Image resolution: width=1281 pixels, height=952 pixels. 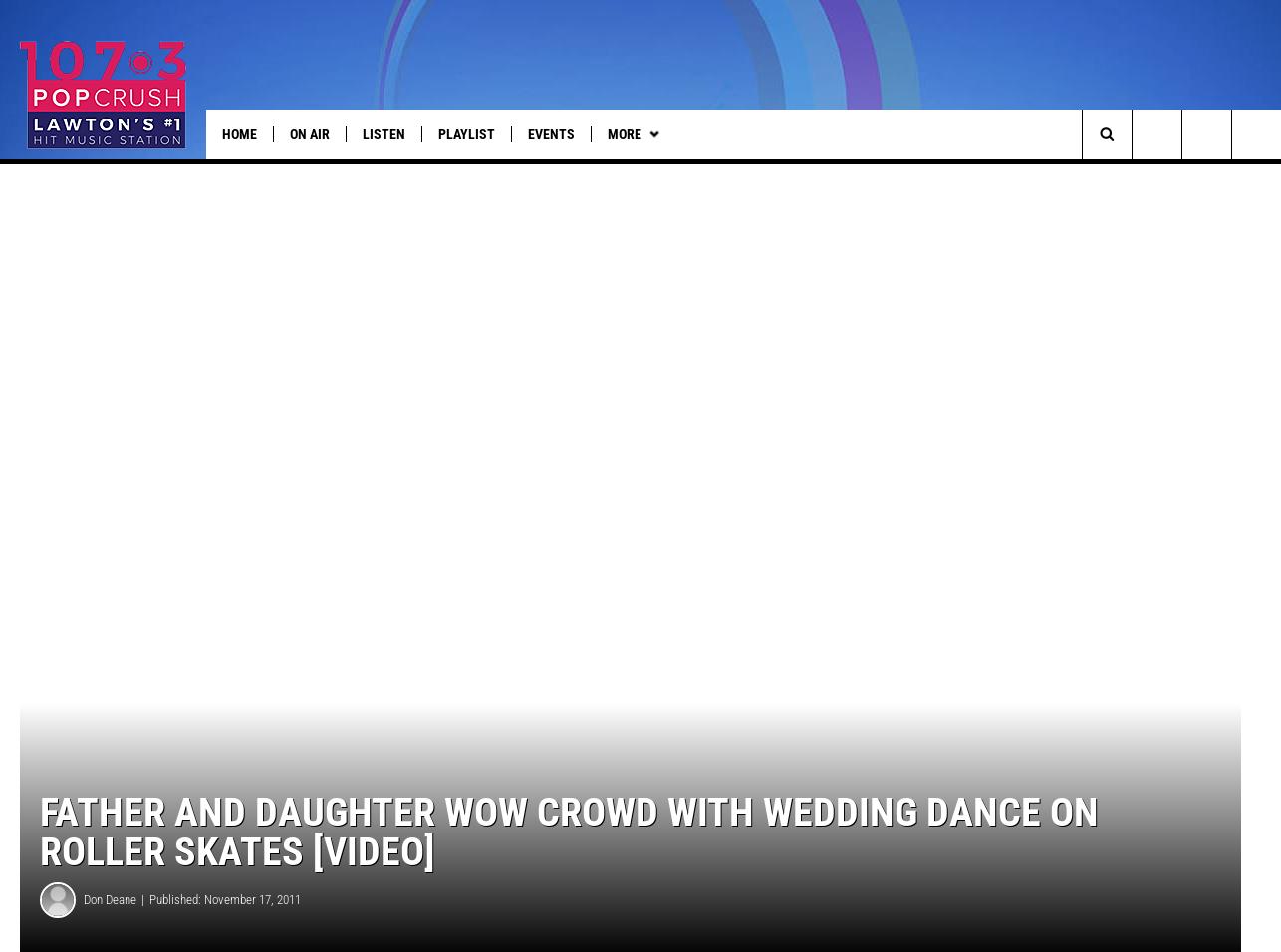 I want to click on 'Events', so click(x=550, y=133).